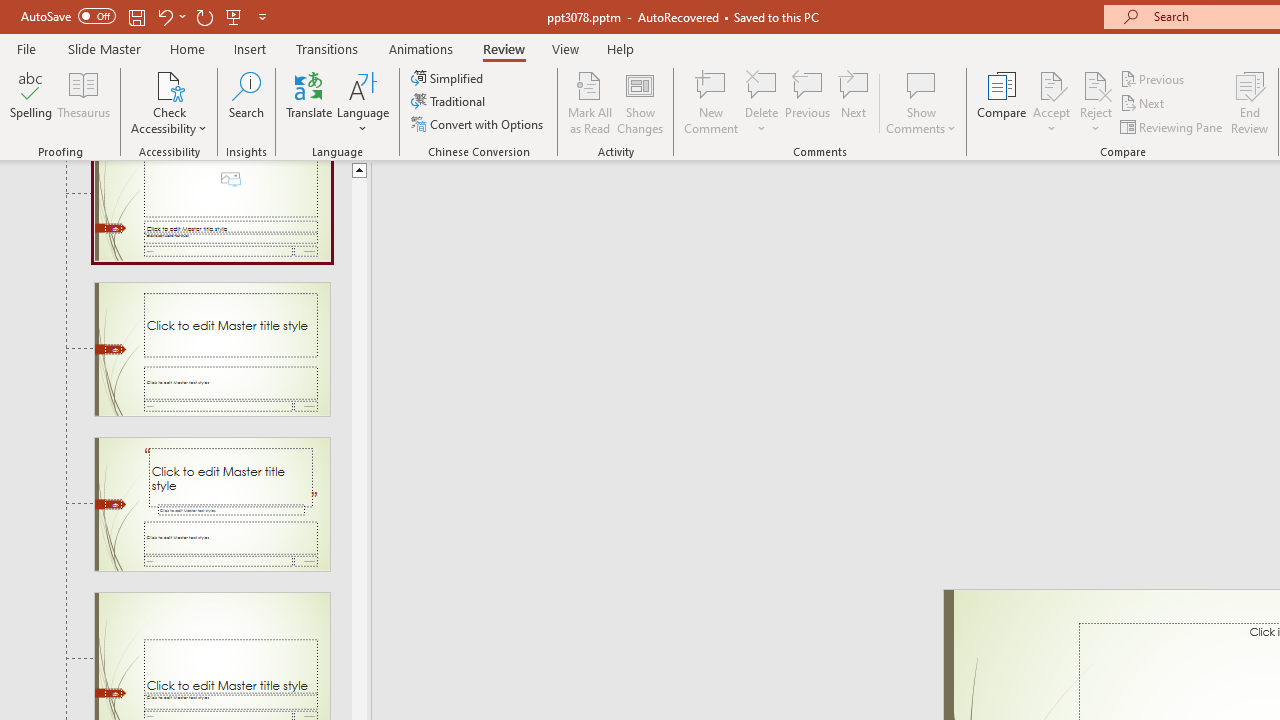  I want to click on 'Compare', so click(1002, 103).